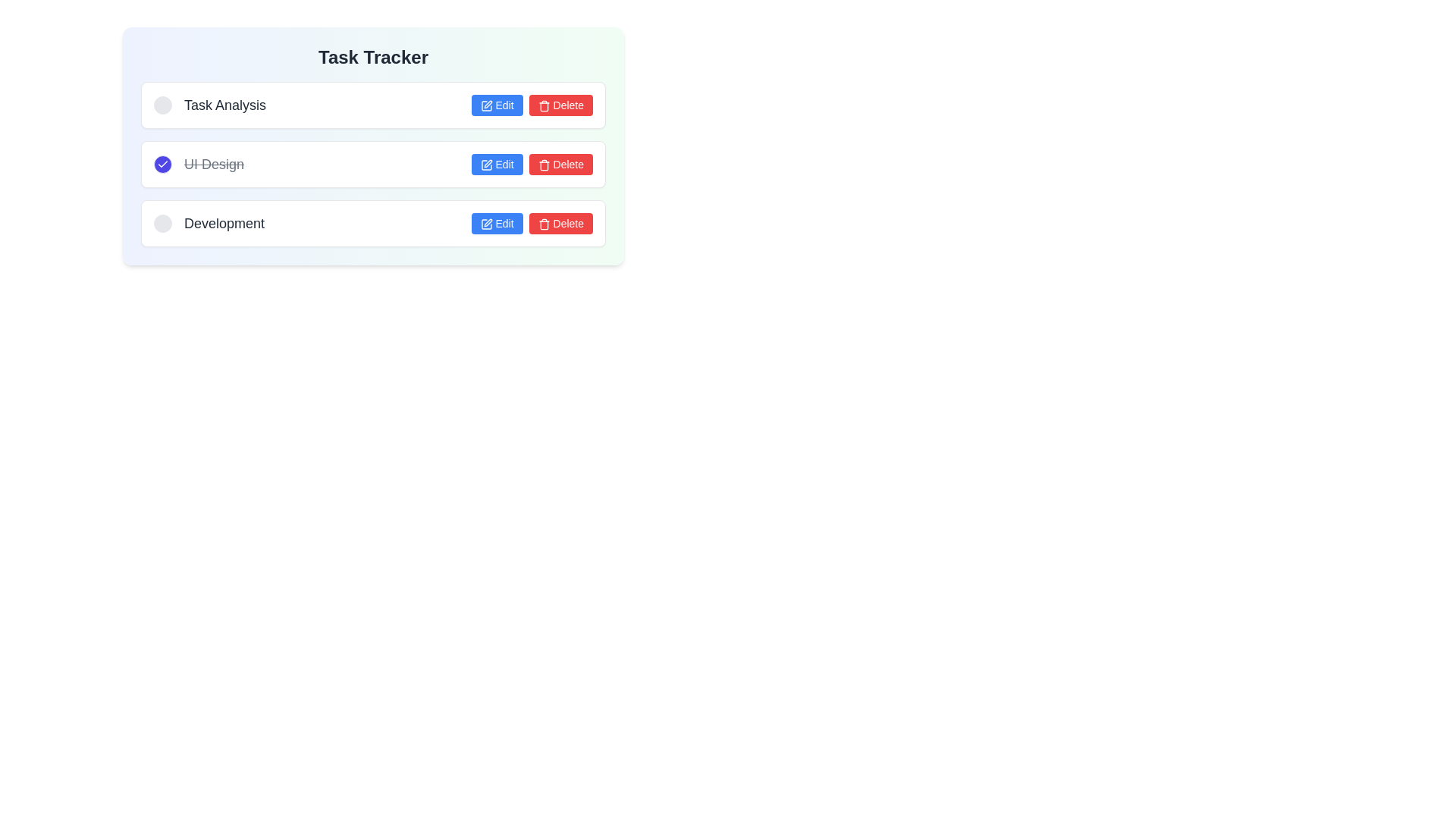 This screenshot has height=819, width=1456. I want to click on the first circular toggle button in the horizontal layout group under the 'Task Tracker' title, so click(163, 104).